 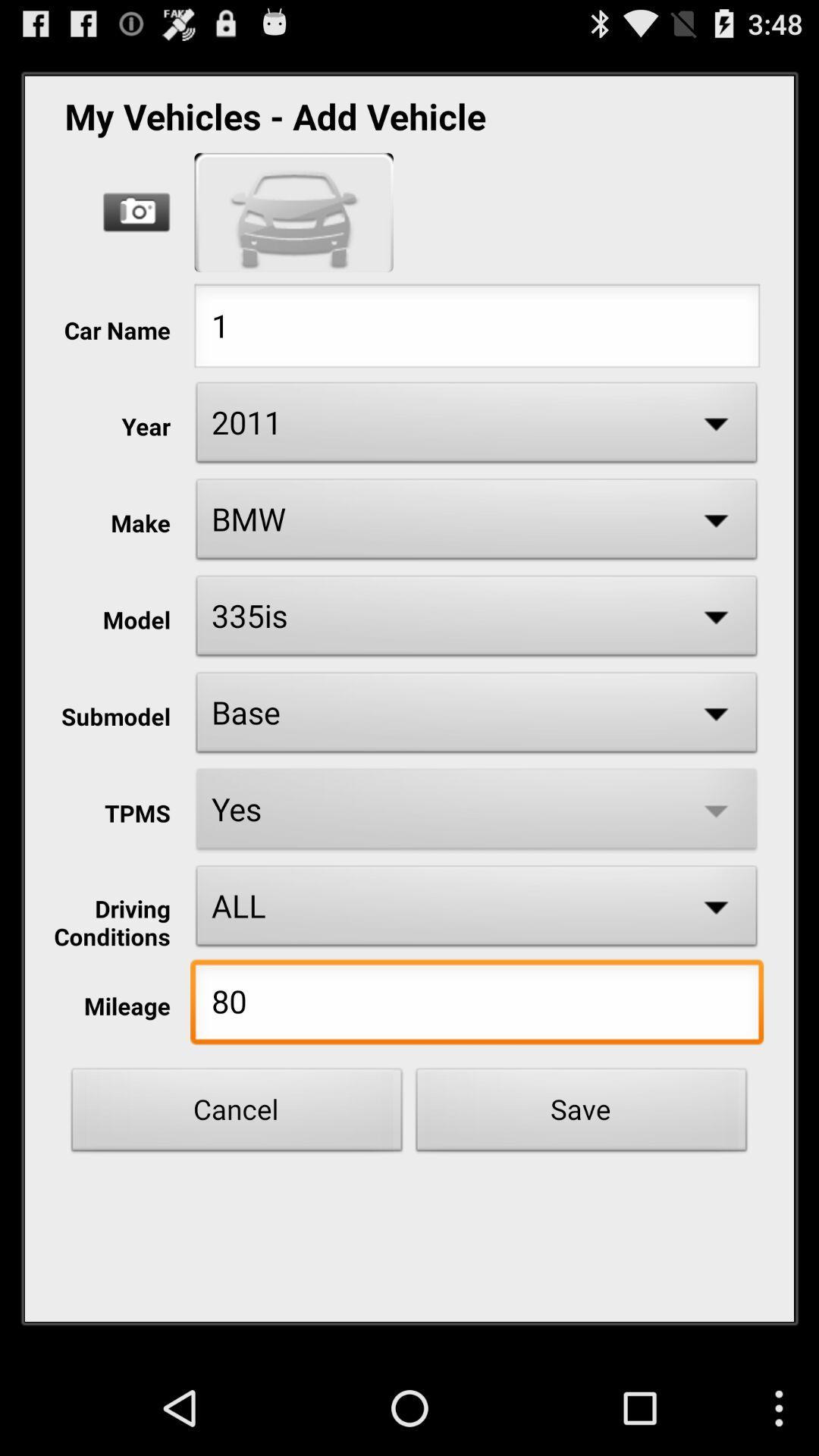 What do you see at coordinates (136, 212) in the screenshot?
I see `to add picture` at bounding box center [136, 212].